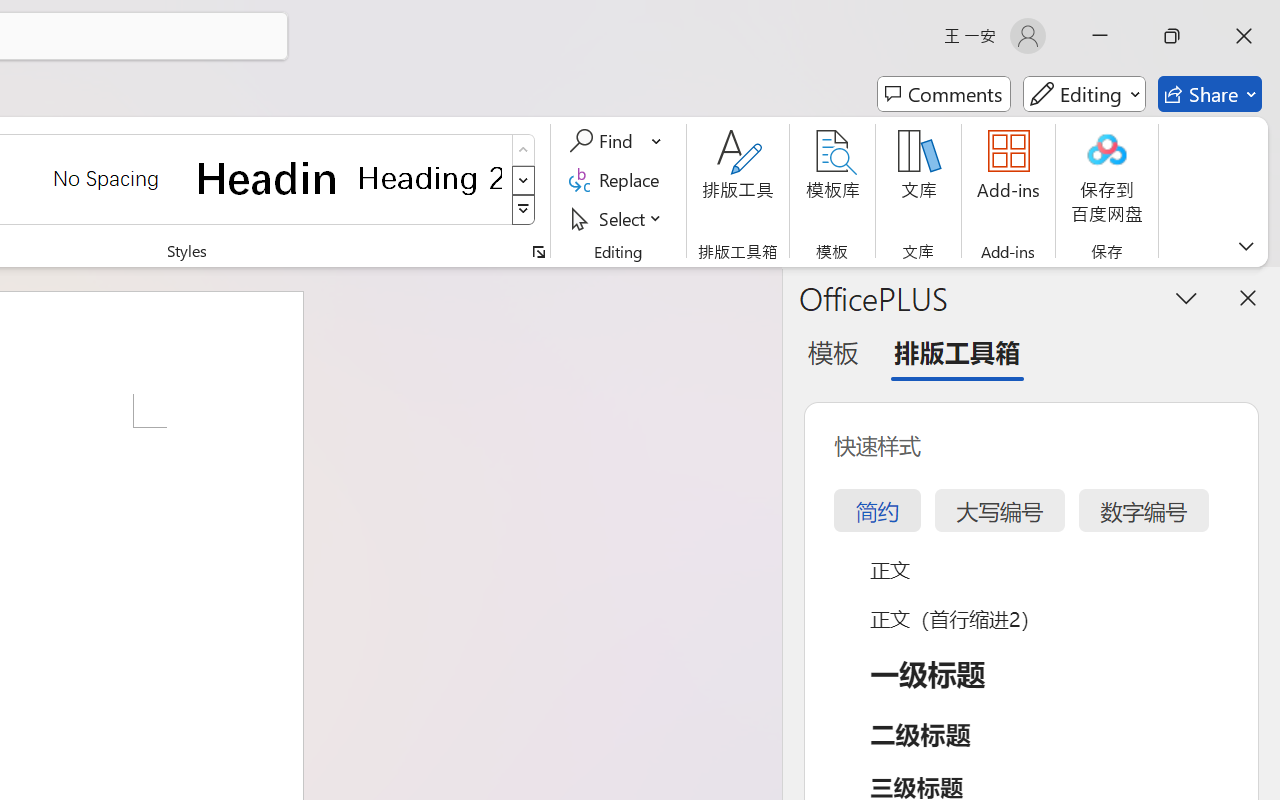  What do you see at coordinates (1187, 297) in the screenshot?
I see `'Task Pane Options'` at bounding box center [1187, 297].